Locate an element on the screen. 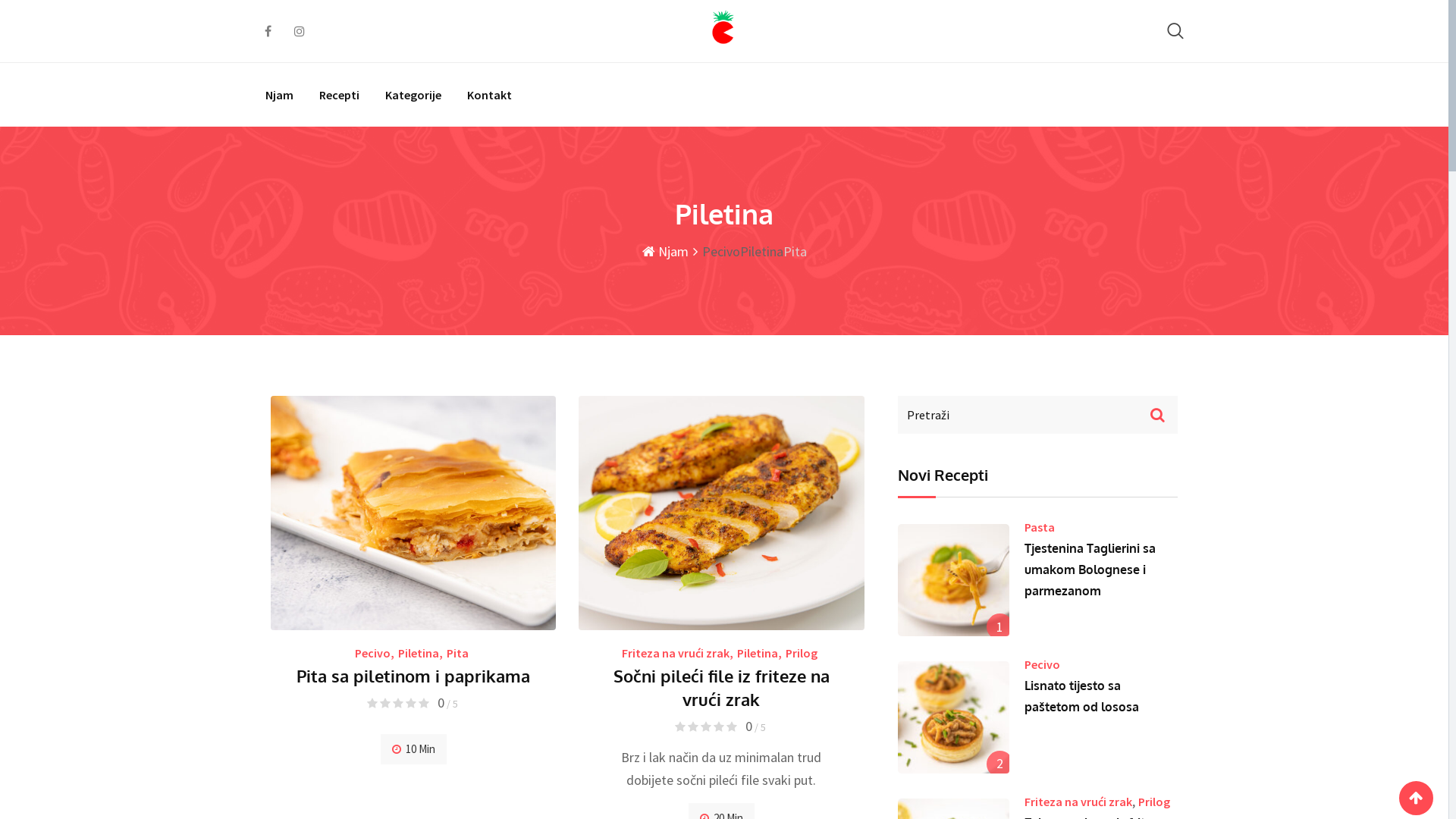 The width and height of the screenshot is (1456, 819). 'Pita sa piletinom i paprikama' is located at coordinates (413, 675).